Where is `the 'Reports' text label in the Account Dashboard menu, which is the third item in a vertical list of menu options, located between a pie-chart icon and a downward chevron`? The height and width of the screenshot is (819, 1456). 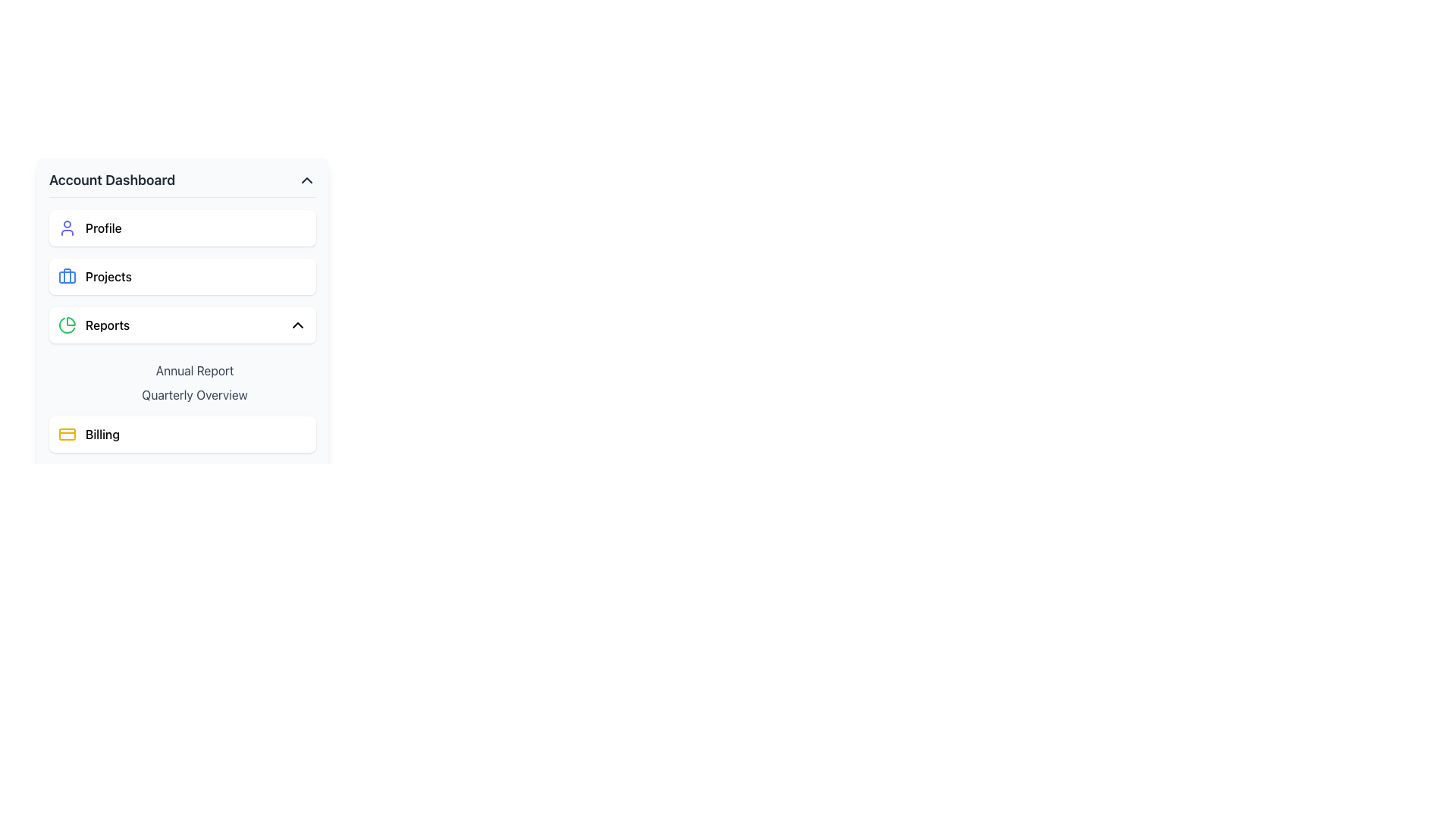
the 'Reports' text label in the Account Dashboard menu, which is the third item in a vertical list of menu options, located between a pie-chart icon and a downward chevron is located at coordinates (107, 324).